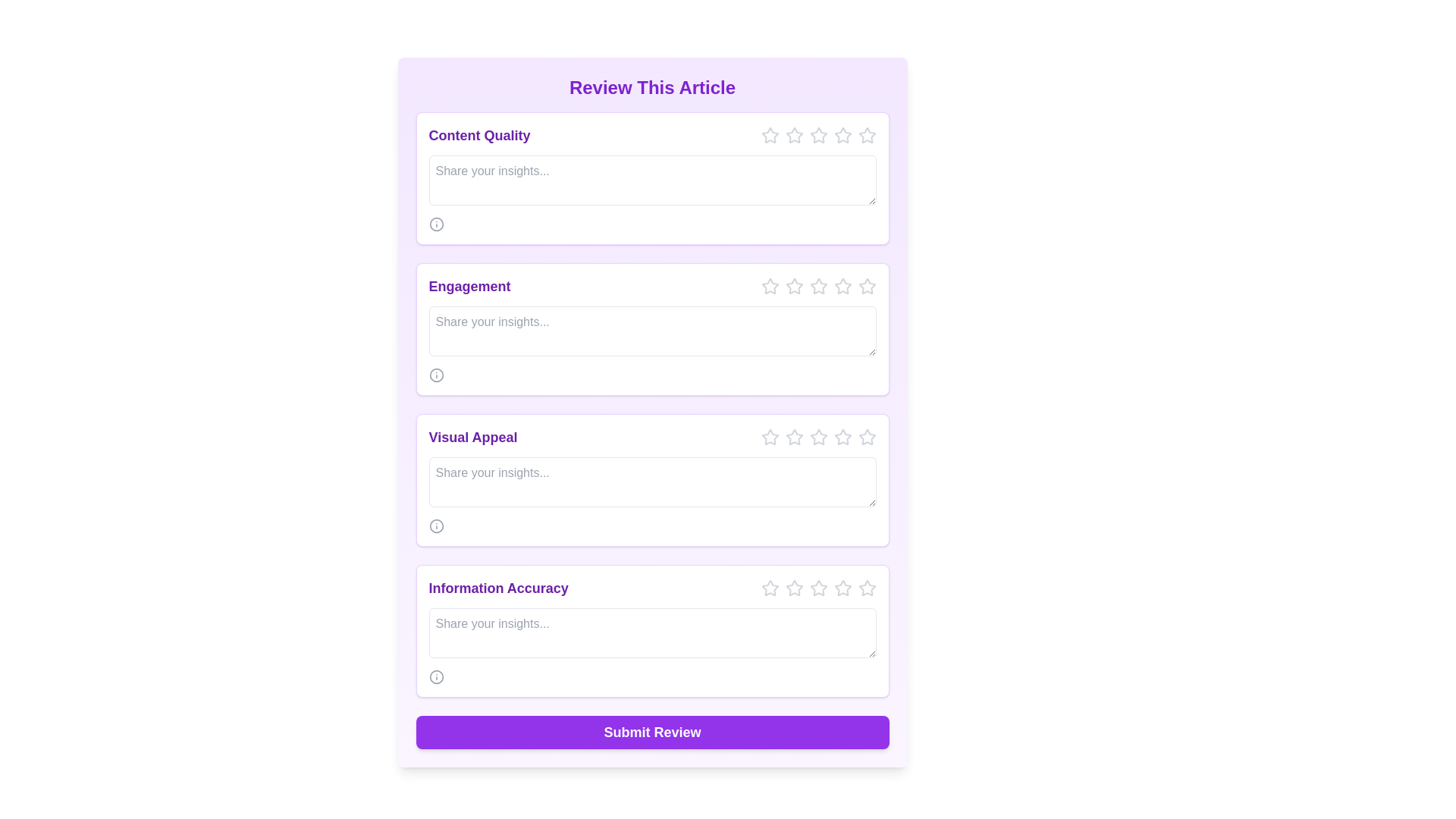 The width and height of the screenshot is (1456, 819). Describe the element at coordinates (842, 287) in the screenshot. I see `the fifth star button` at that location.